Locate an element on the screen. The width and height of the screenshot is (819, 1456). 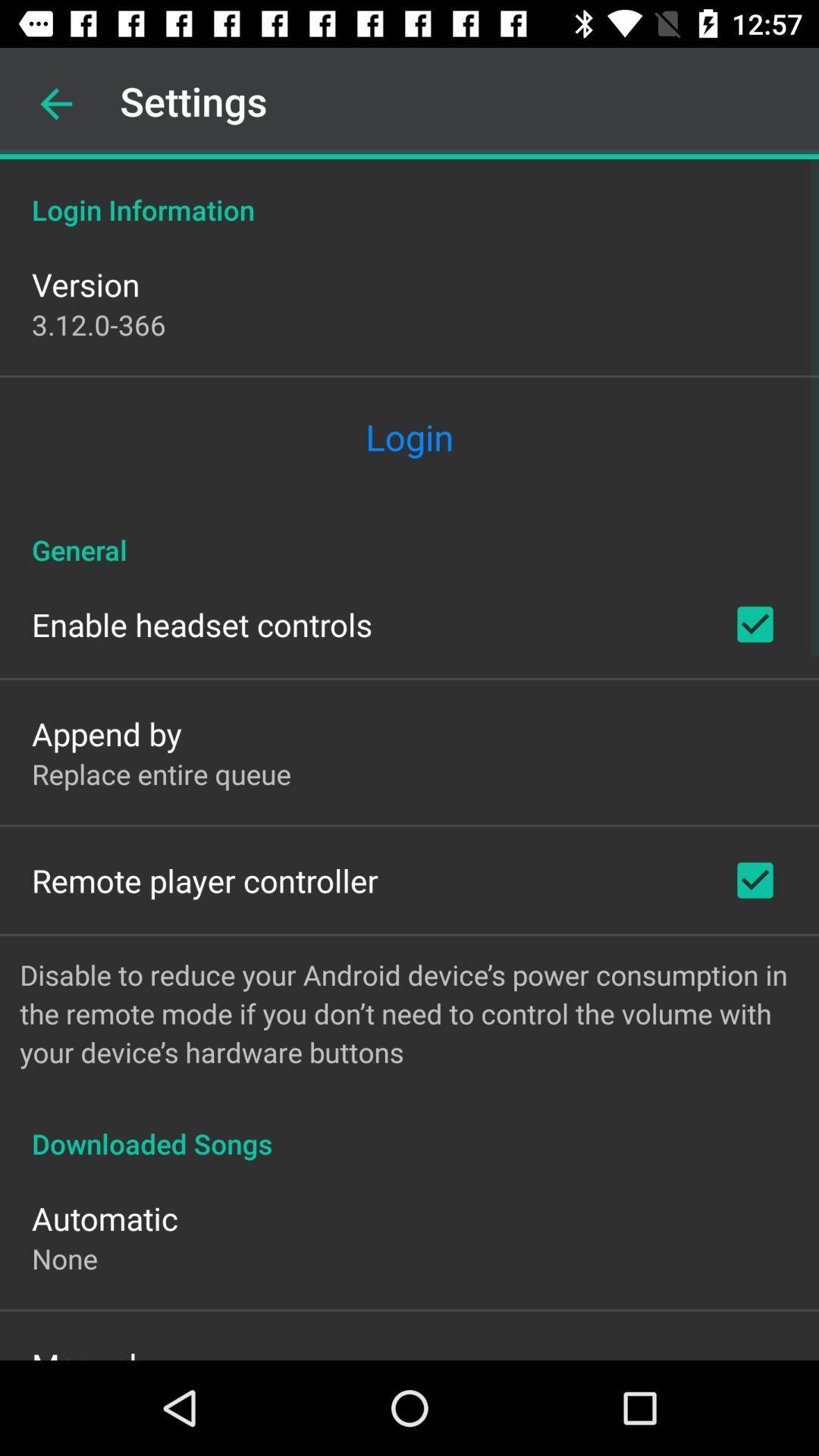
item below login item is located at coordinates (409, 534).